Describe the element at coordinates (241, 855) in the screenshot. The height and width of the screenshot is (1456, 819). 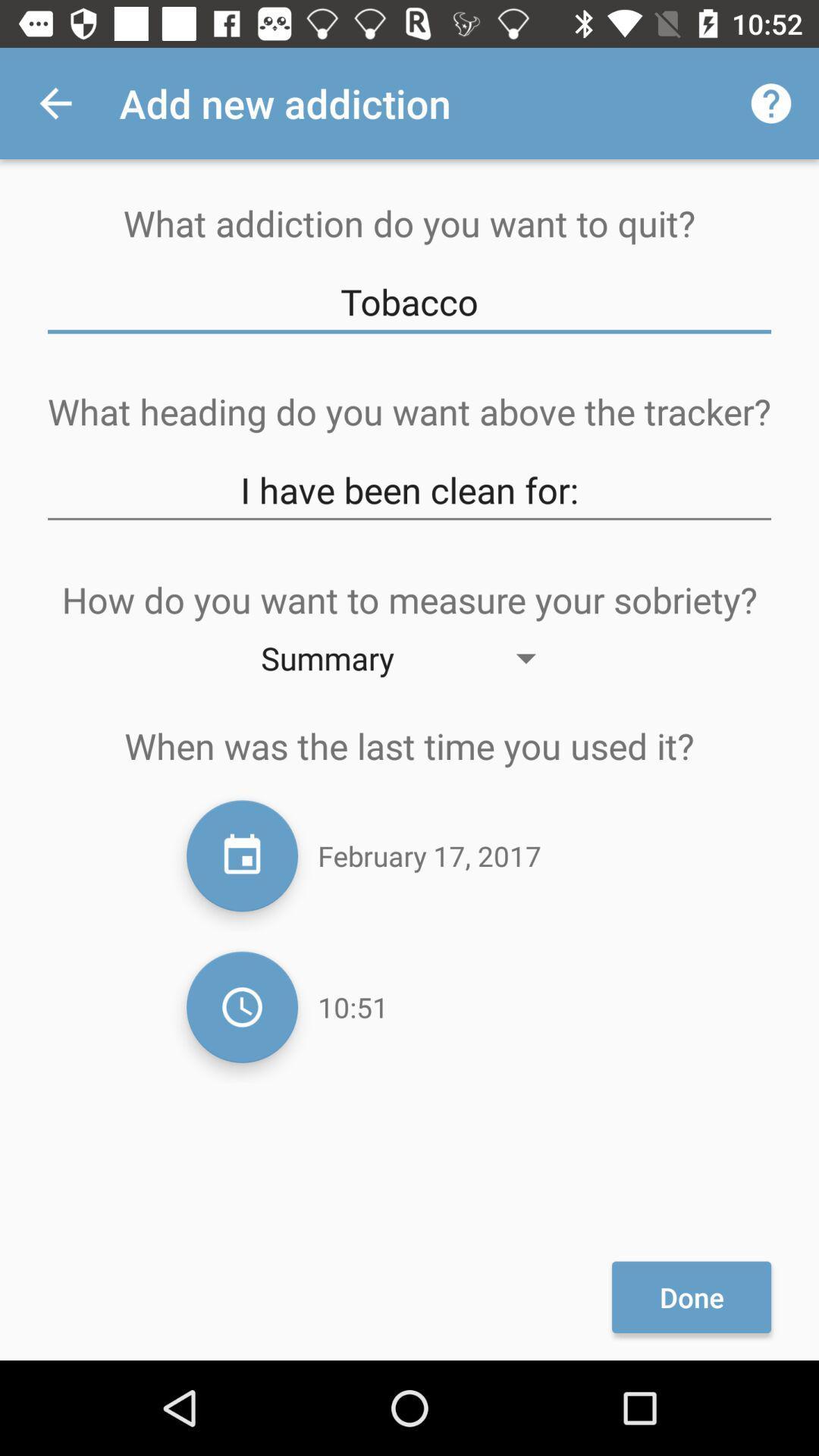
I see `date last used` at that location.